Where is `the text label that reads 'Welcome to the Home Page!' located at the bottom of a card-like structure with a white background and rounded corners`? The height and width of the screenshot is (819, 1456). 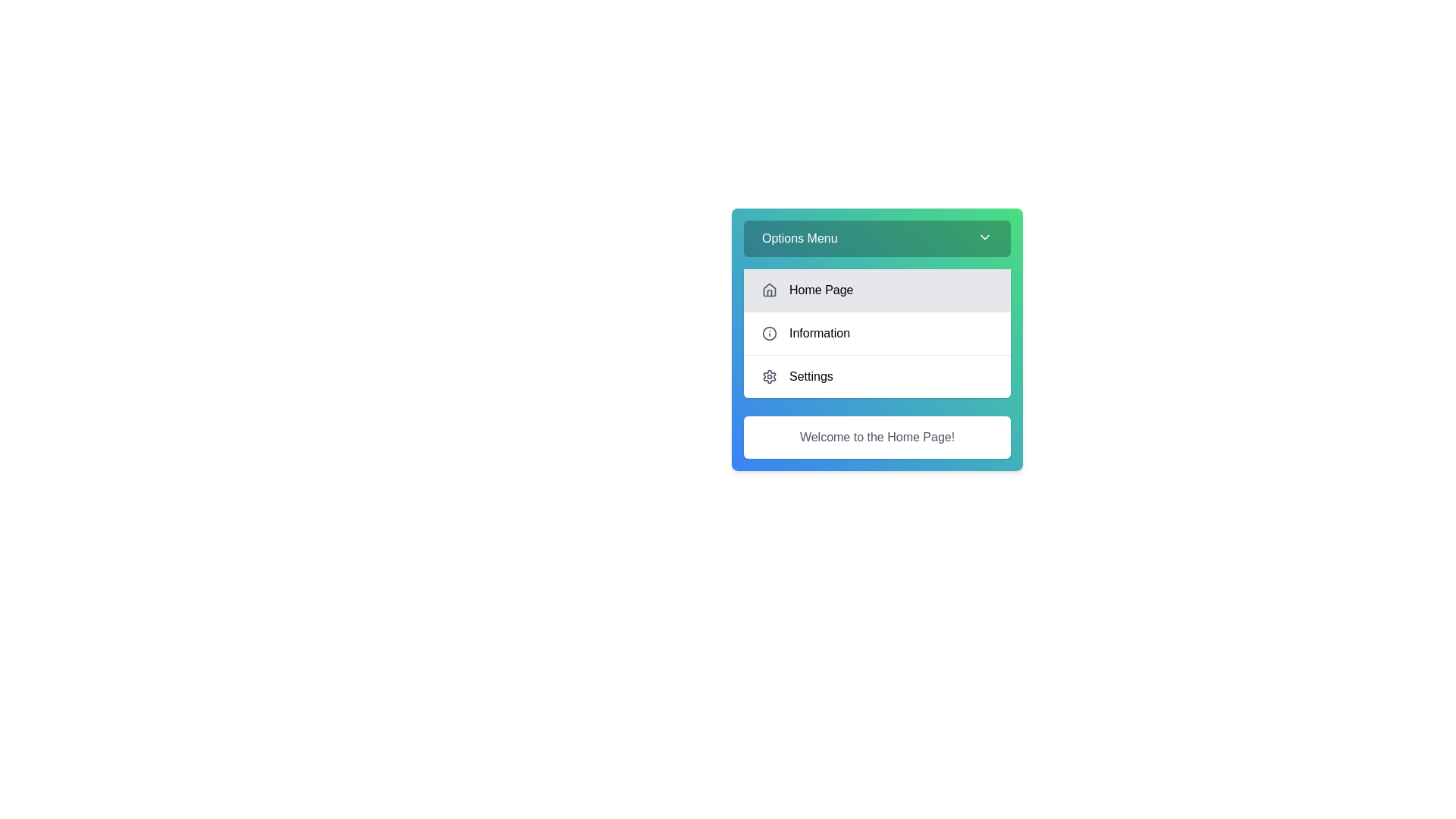
the text label that reads 'Welcome to the Home Page!' located at the bottom of a card-like structure with a white background and rounded corners is located at coordinates (877, 438).